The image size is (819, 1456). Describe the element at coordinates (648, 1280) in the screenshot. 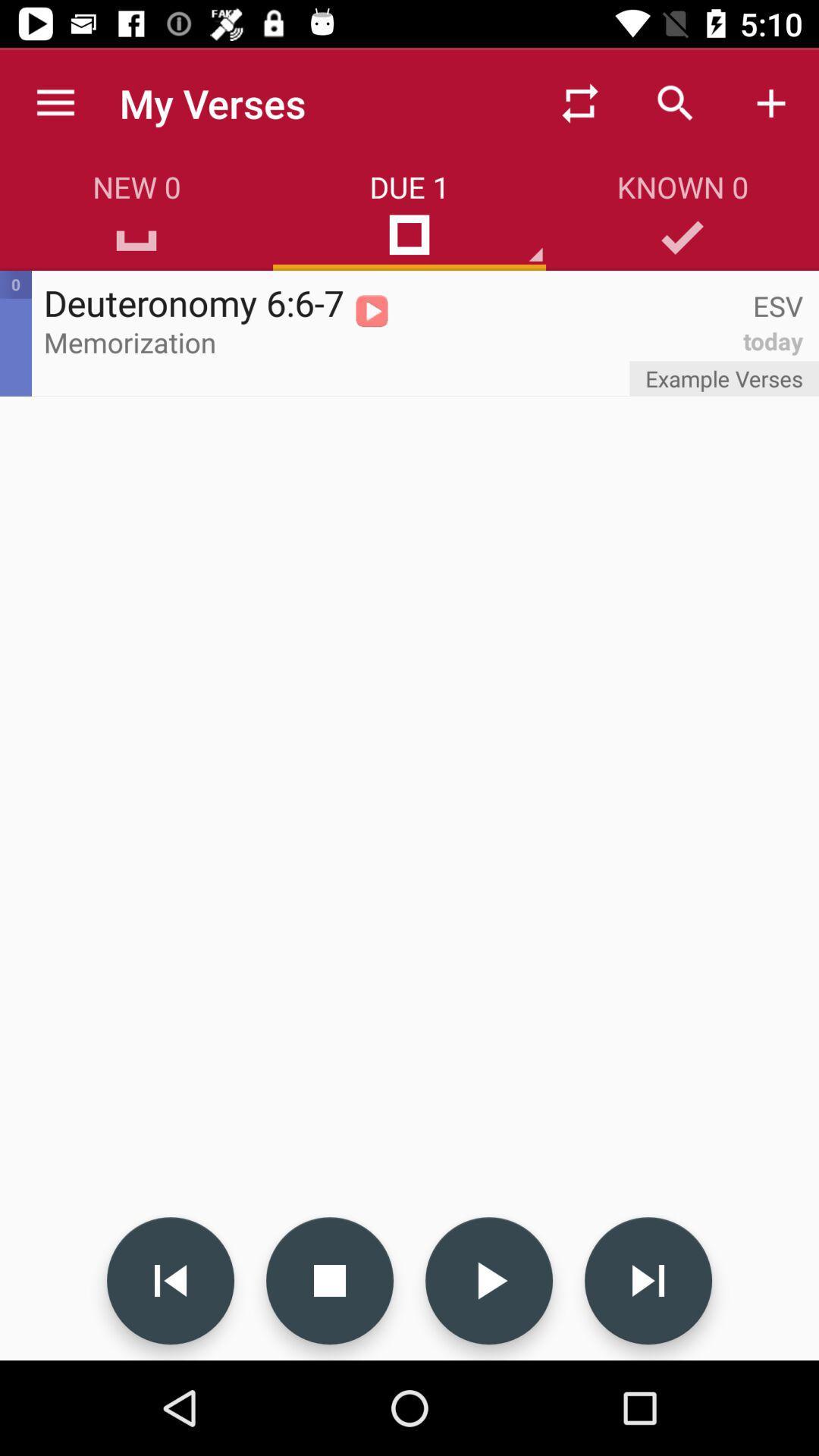

I see `the skip_next icon` at that location.